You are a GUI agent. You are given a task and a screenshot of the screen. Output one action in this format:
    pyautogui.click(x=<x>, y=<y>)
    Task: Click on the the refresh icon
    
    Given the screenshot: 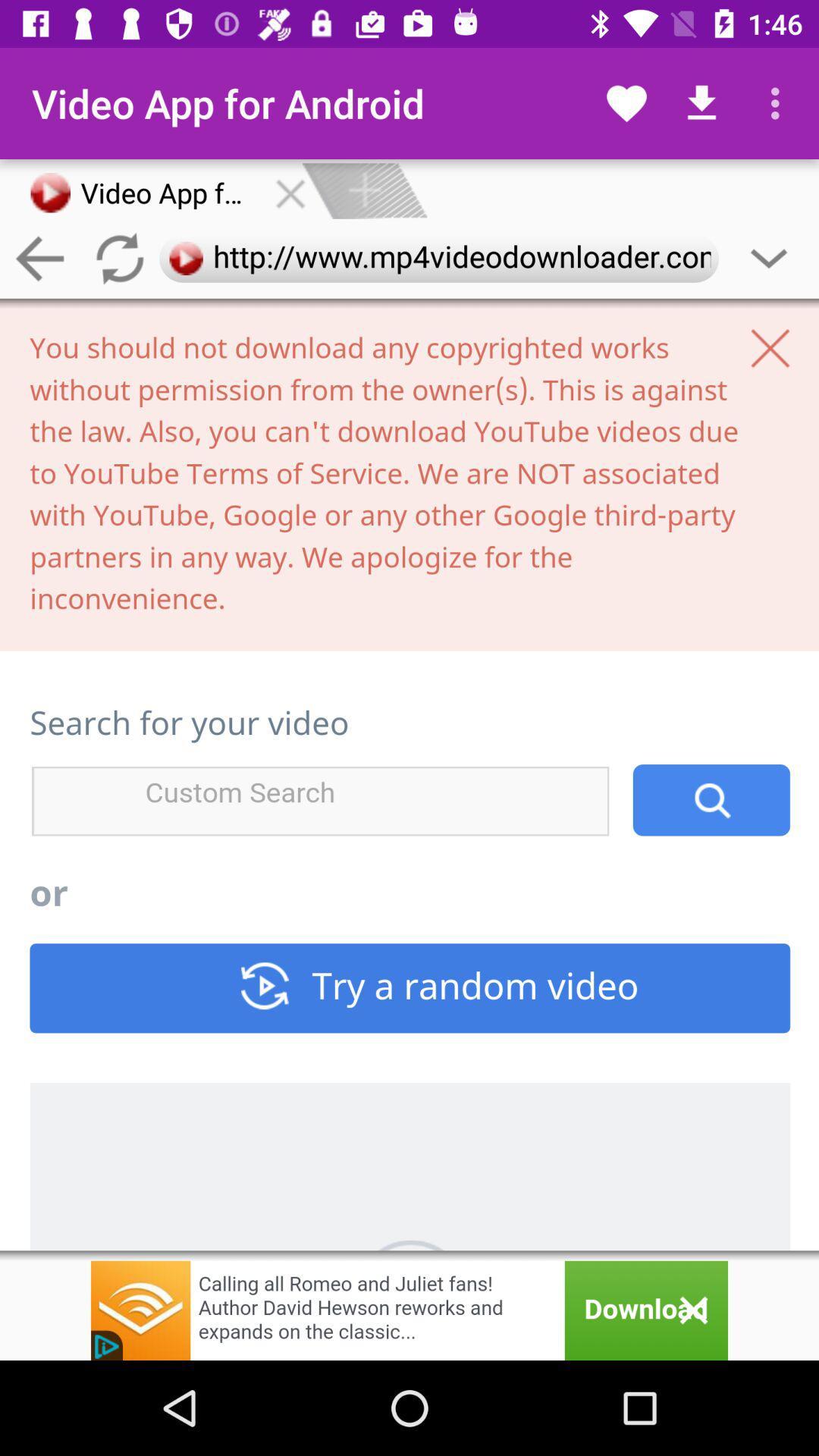 What is the action you would take?
    pyautogui.click(x=118, y=259)
    